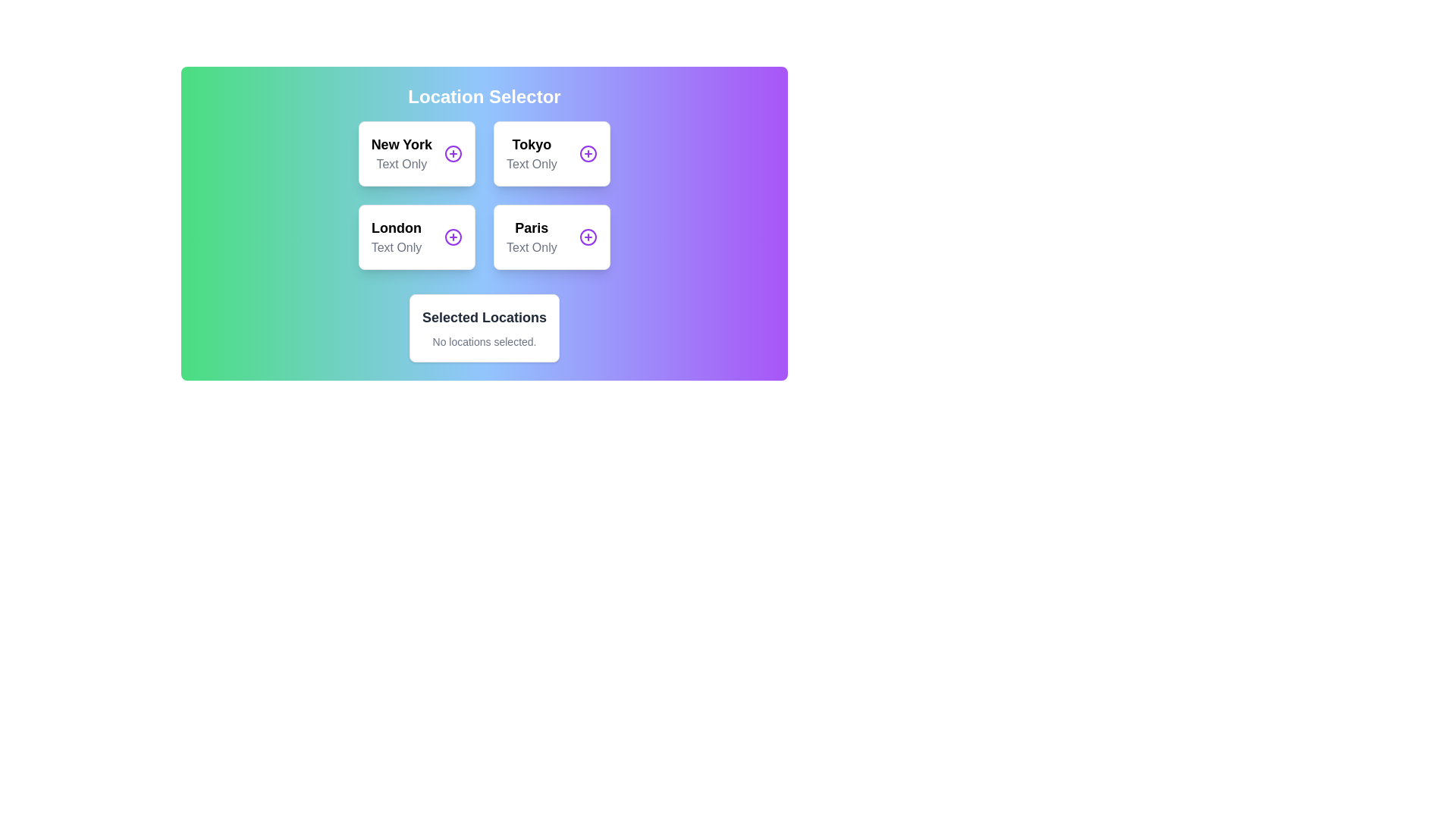 The height and width of the screenshot is (819, 1456). Describe the element at coordinates (453, 237) in the screenshot. I see `the circular plus icon with a purple outline located centrally within the 'London' button in the grid layout` at that location.